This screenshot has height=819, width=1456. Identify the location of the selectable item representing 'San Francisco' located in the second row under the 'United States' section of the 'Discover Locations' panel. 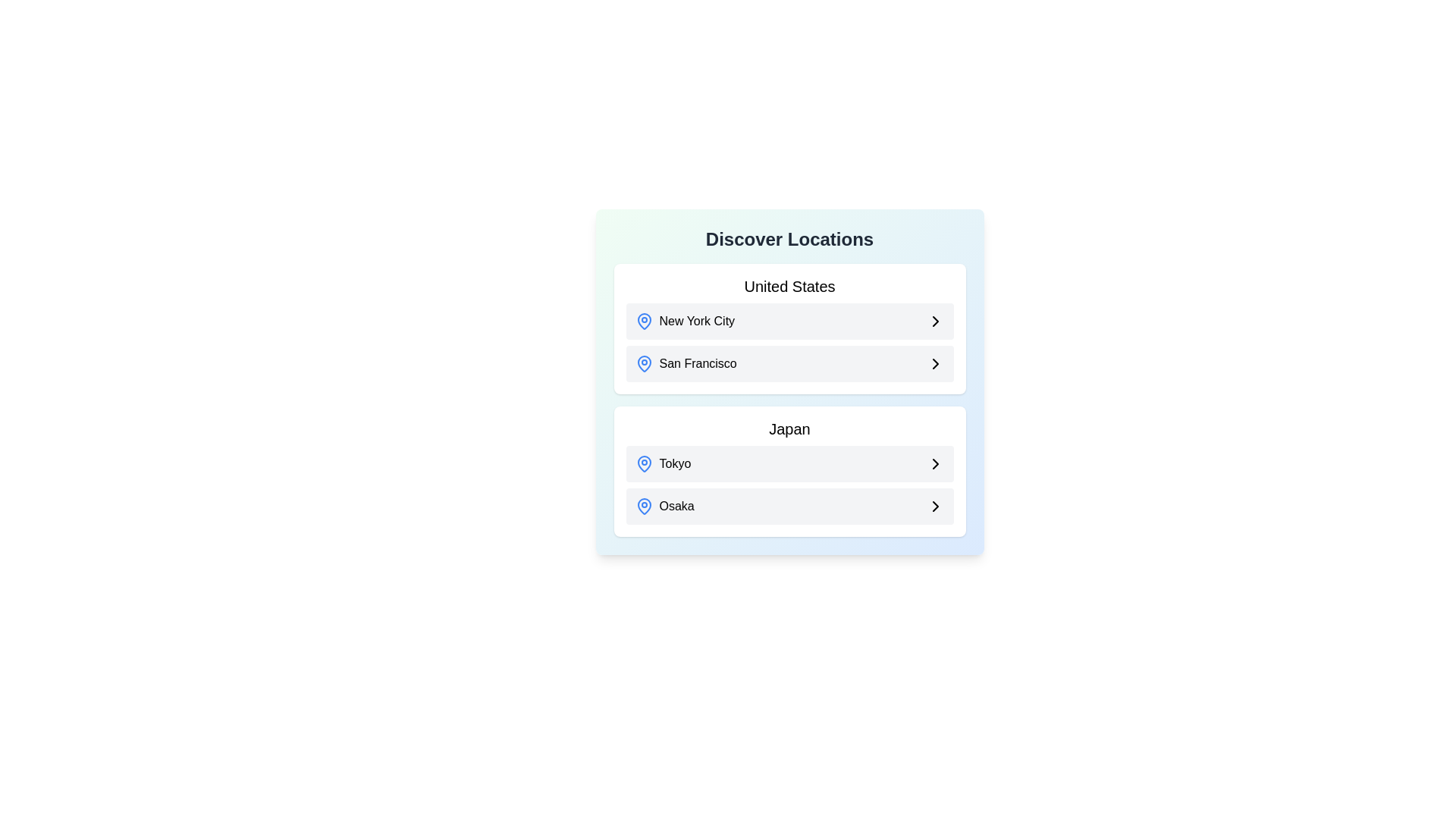
(684, 363).